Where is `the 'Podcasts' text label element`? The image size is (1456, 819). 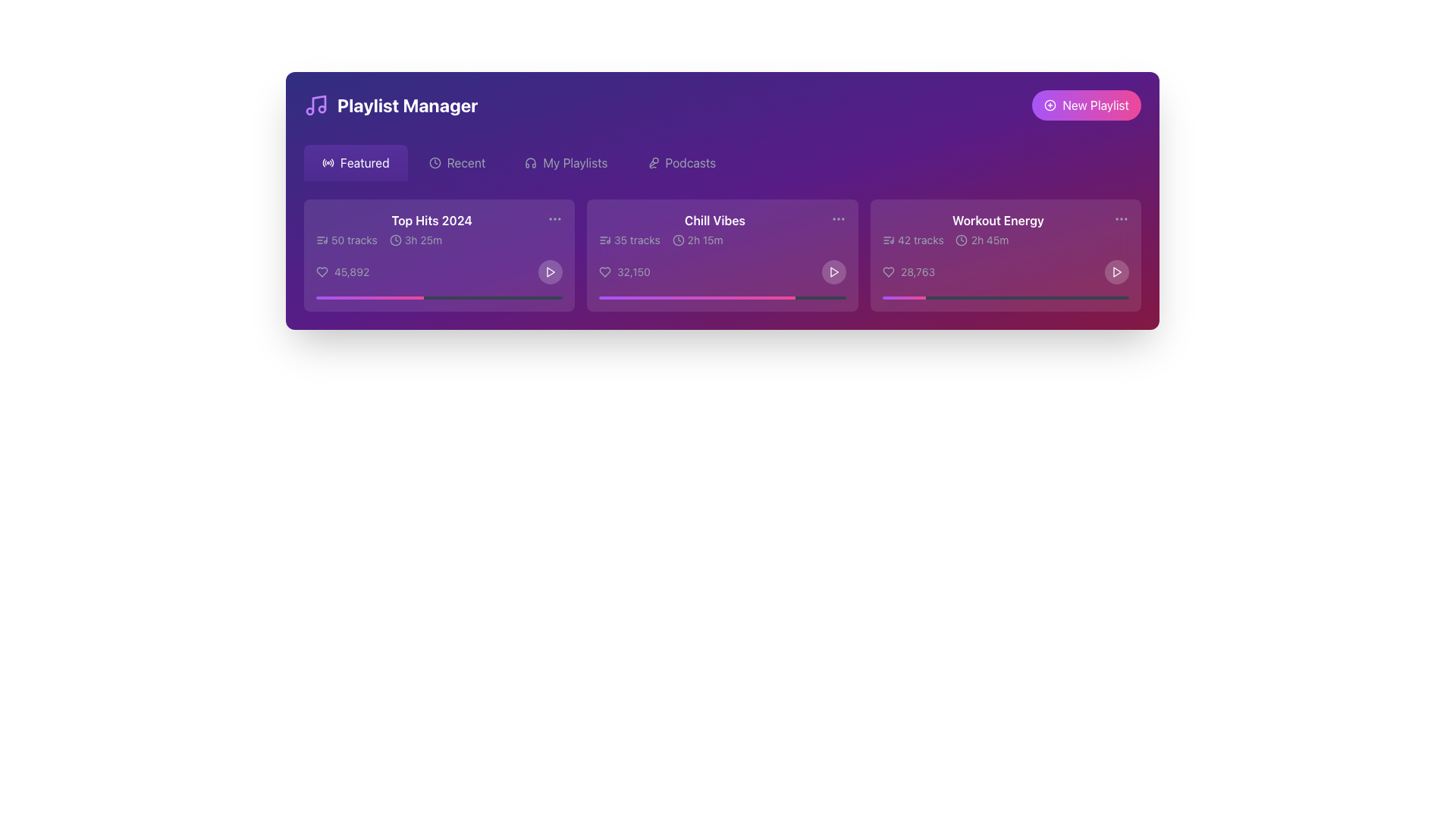 the 'Podcasts' text label element is located at coordinates (689, 163).